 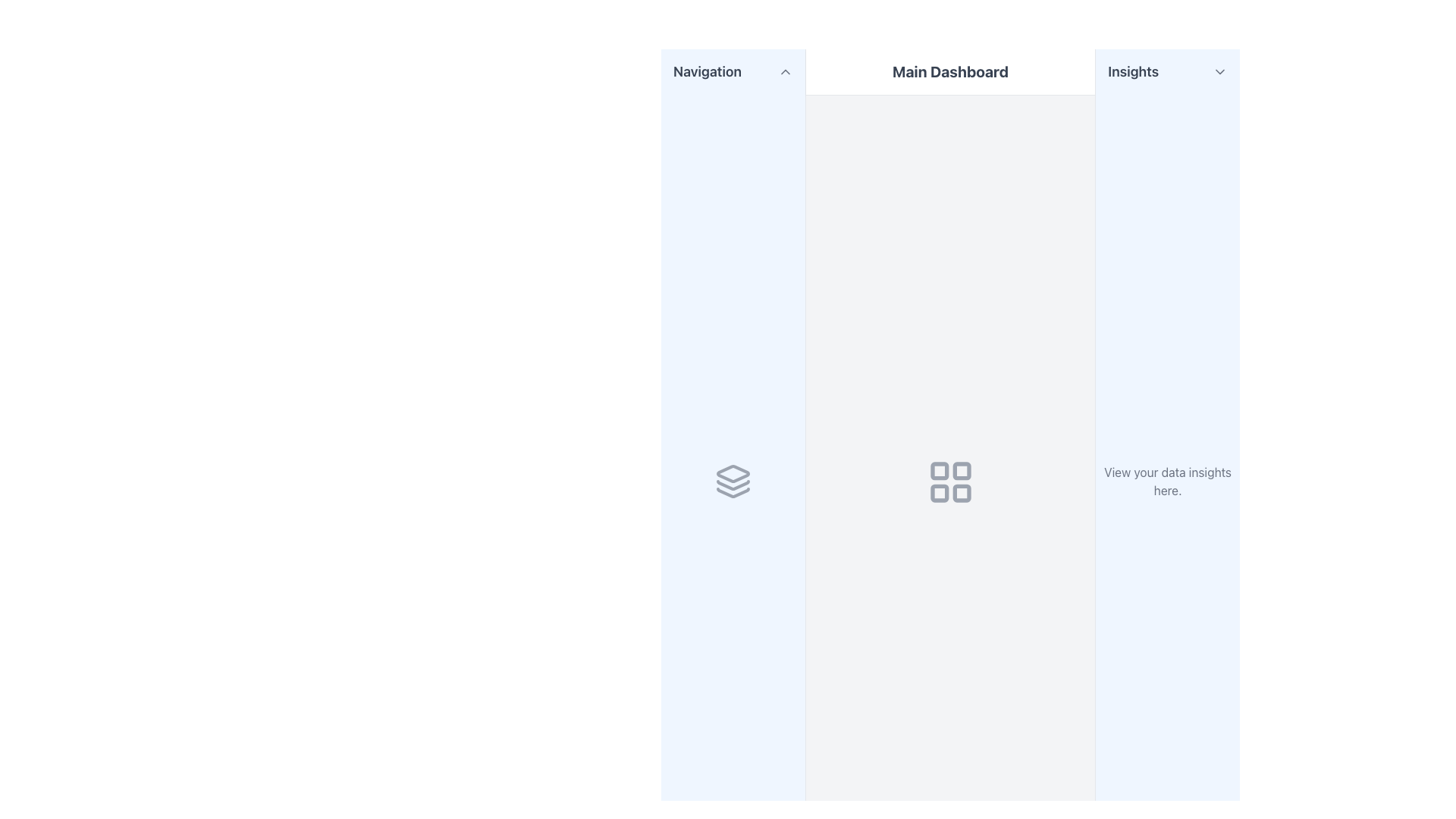 What do you see at coordinates (1219, 72) in the screenshot?
I see `the chevron icon next to the 'Insights' text label` at bounding box center [1219, 72].